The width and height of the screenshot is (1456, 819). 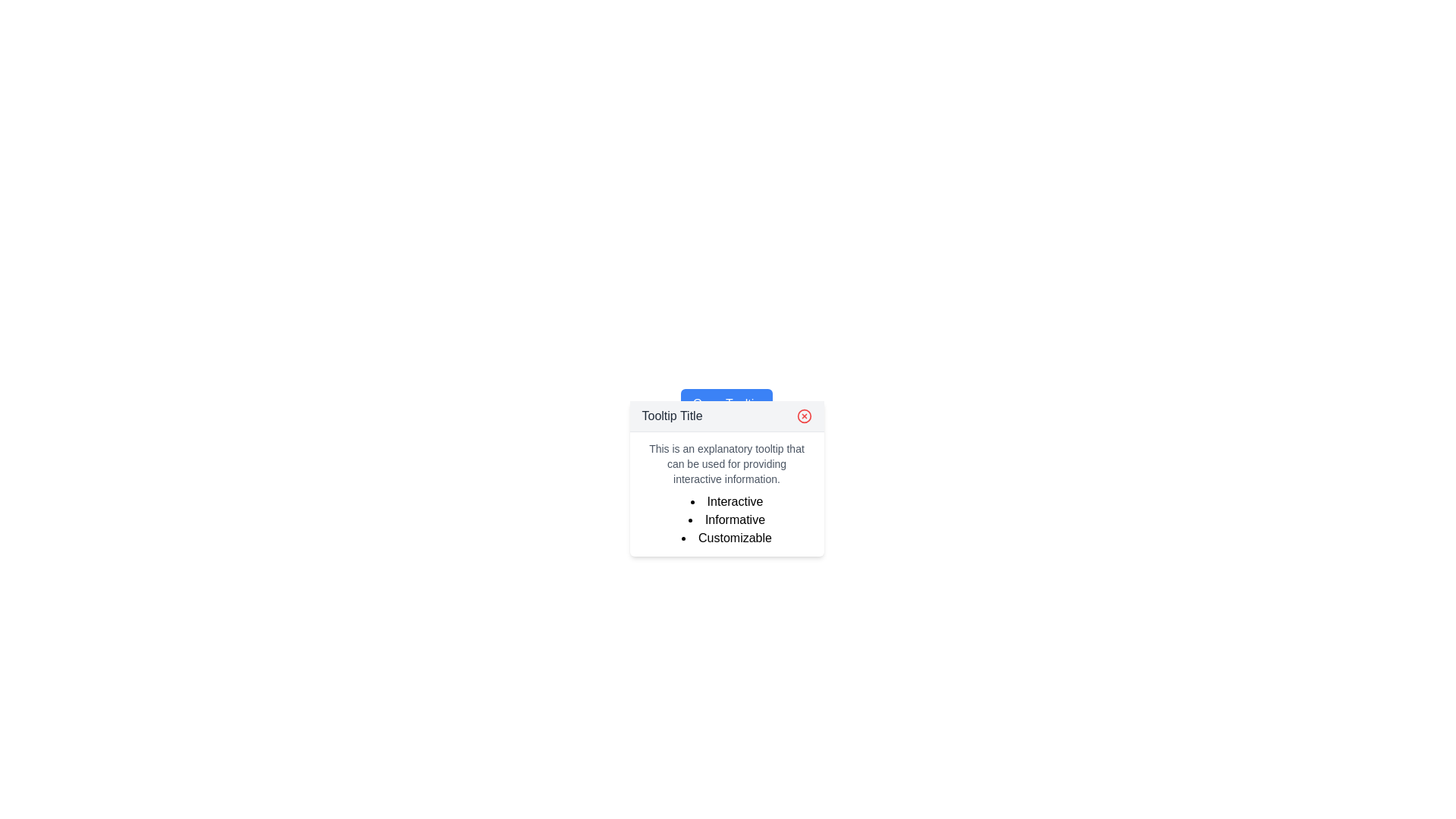 I want to click on the Tooltip Header which contains the text 'Tooltip Title' and a red close icon on the right, located at the top of the tooltip interface, so click(x=726, y=416).